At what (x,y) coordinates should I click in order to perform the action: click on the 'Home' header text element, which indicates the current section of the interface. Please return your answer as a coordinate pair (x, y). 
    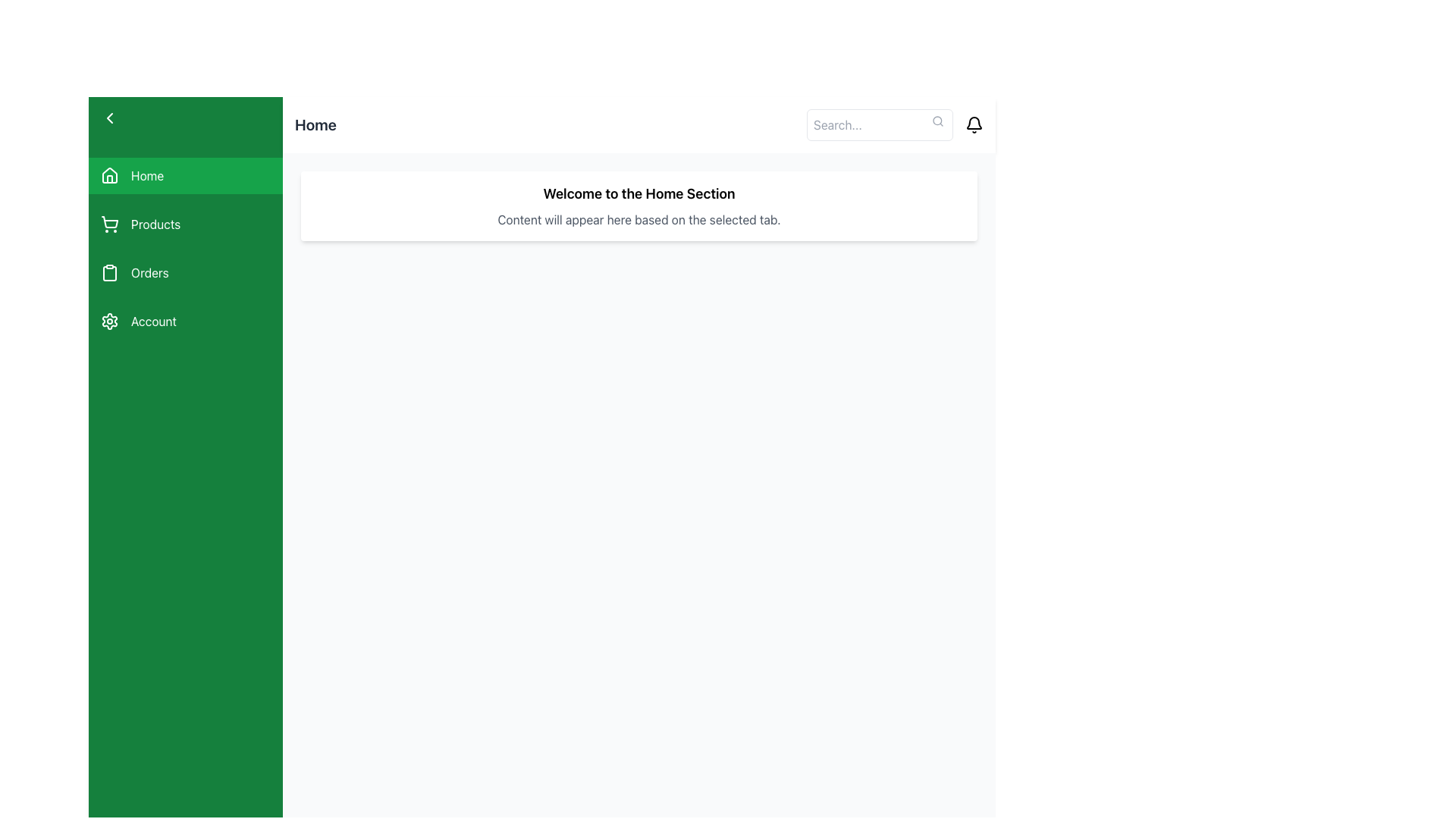
    Looking at the image, I should click on (639, 193).